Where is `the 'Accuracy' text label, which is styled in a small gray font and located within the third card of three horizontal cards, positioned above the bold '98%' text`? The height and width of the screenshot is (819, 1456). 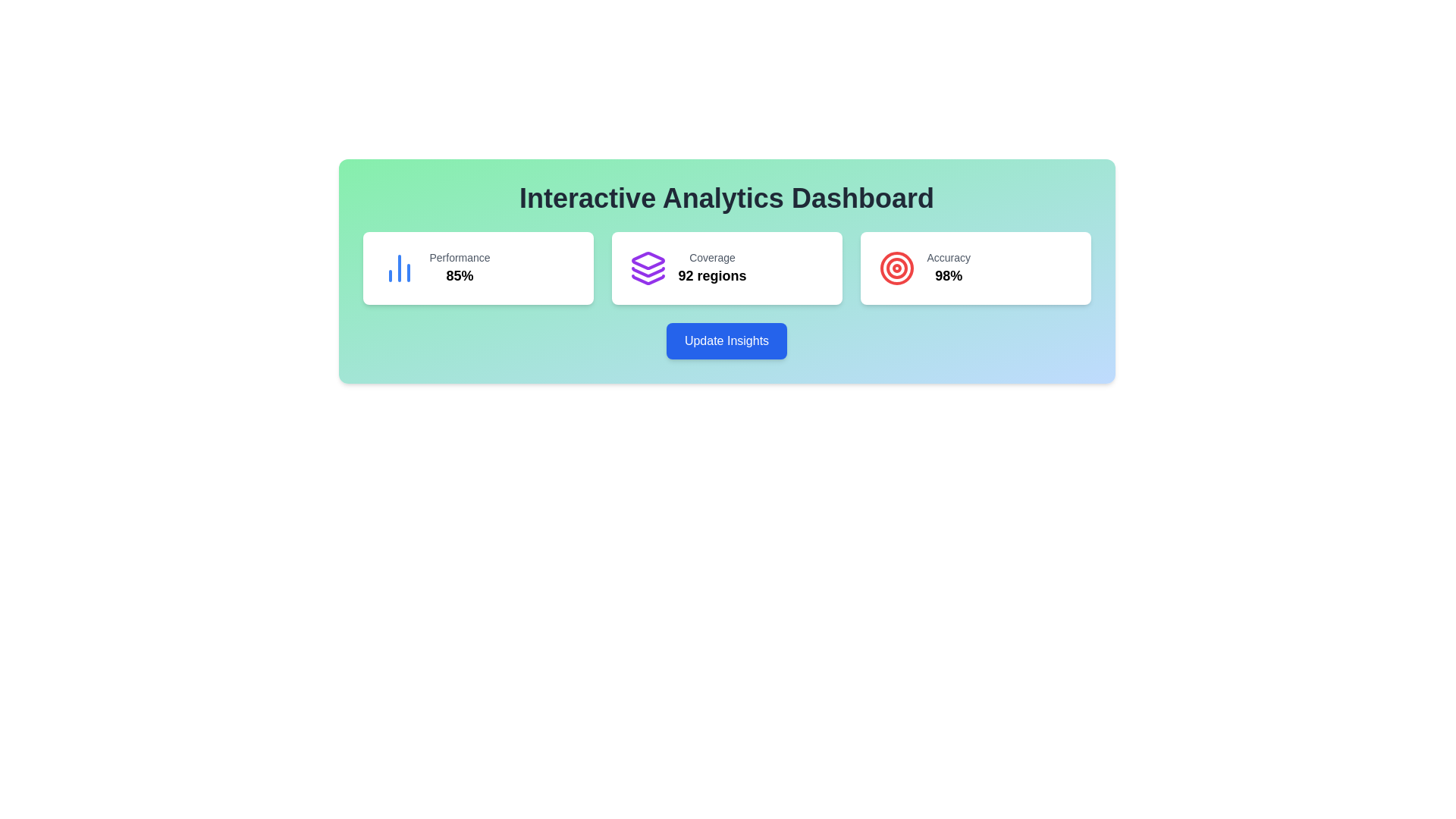 the 'Accuracy' text label, which is styled in a small gray font and located within the third card of three horizontal cards, positioned above the bold '98%' text is located at coordinates (948, 256).